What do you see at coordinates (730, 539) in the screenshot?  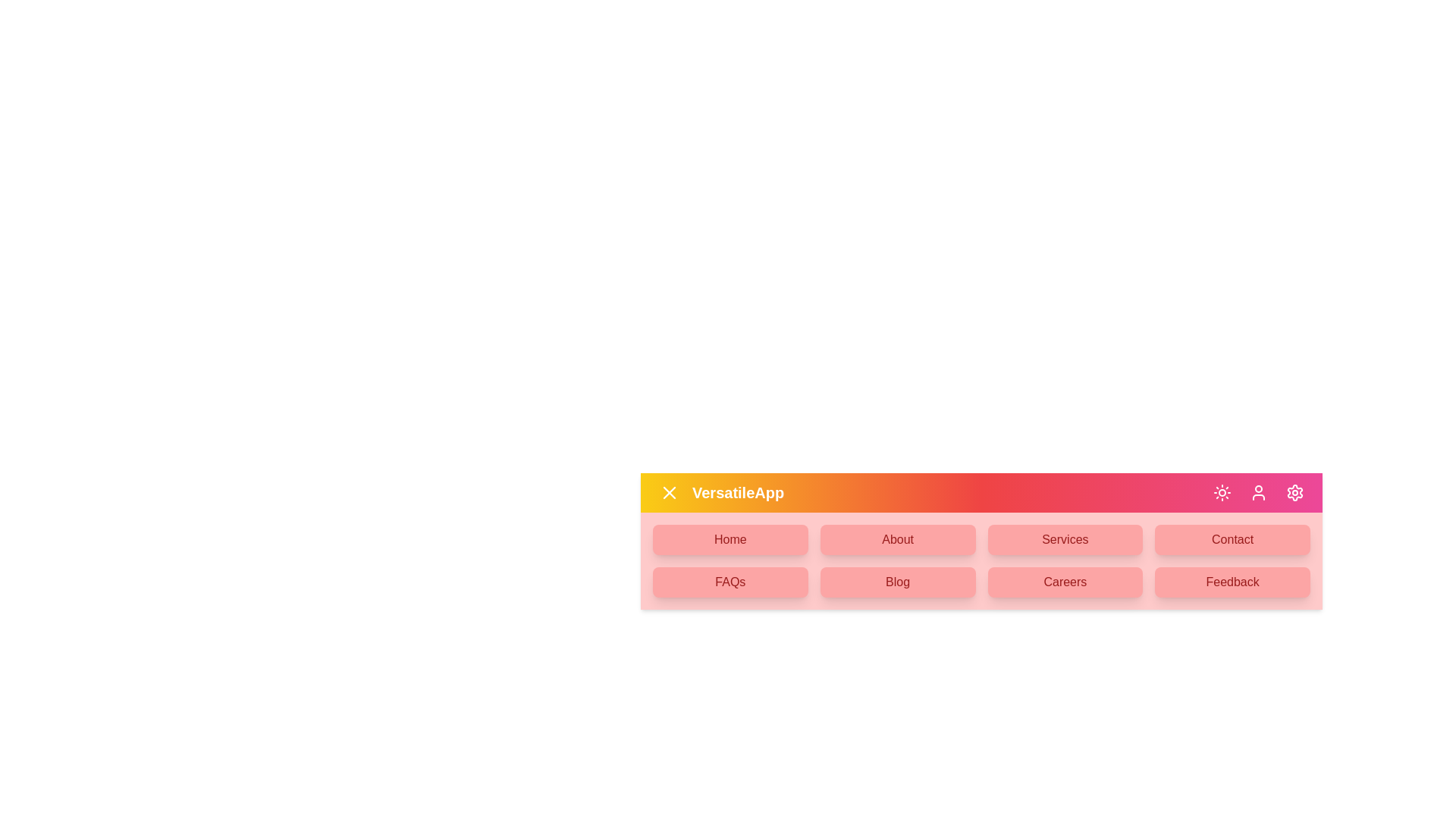 I see `the menu item Home from the available options` at bounding box center [730, 539].